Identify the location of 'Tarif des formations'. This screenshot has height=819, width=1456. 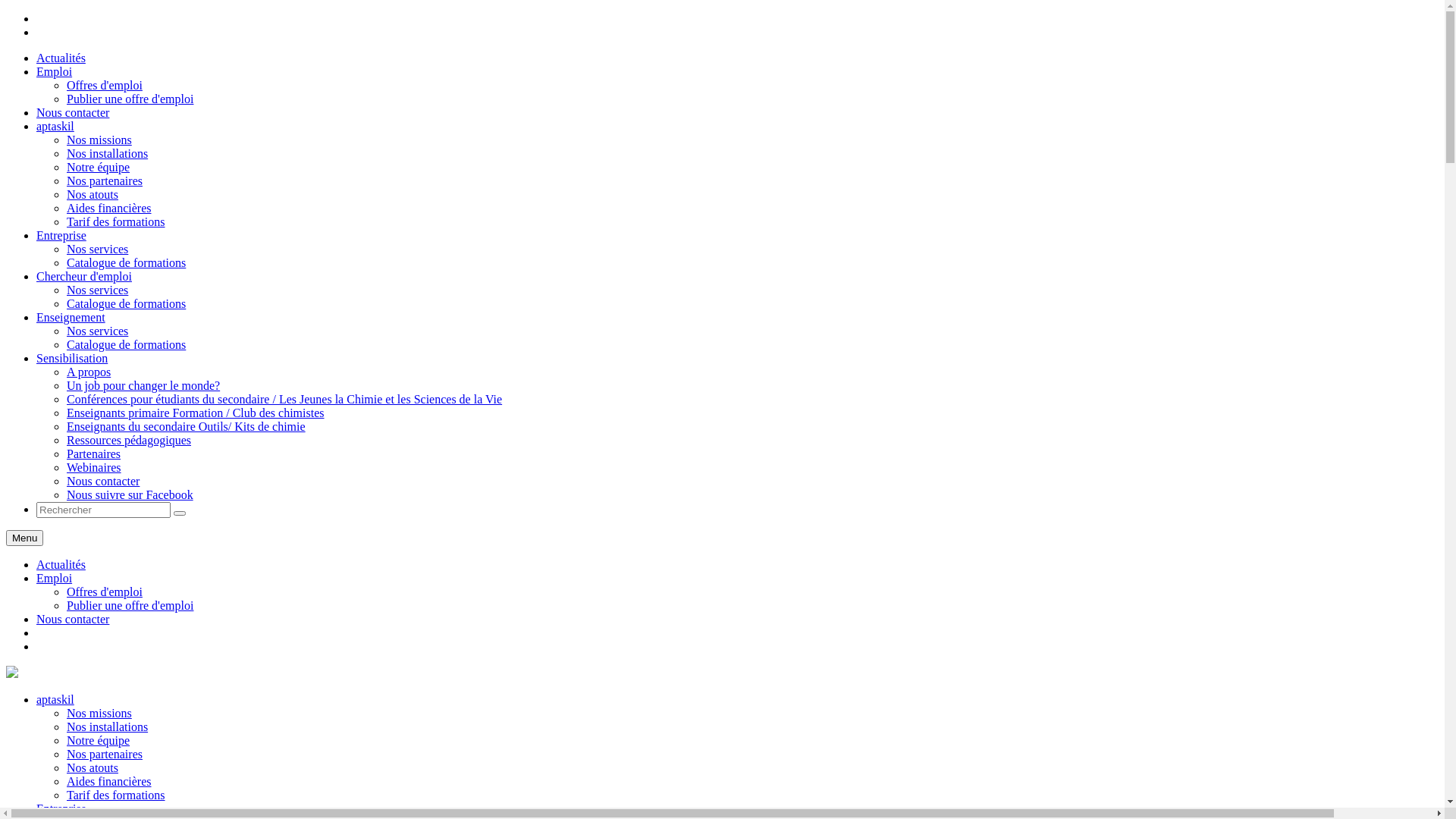
(115, 794).